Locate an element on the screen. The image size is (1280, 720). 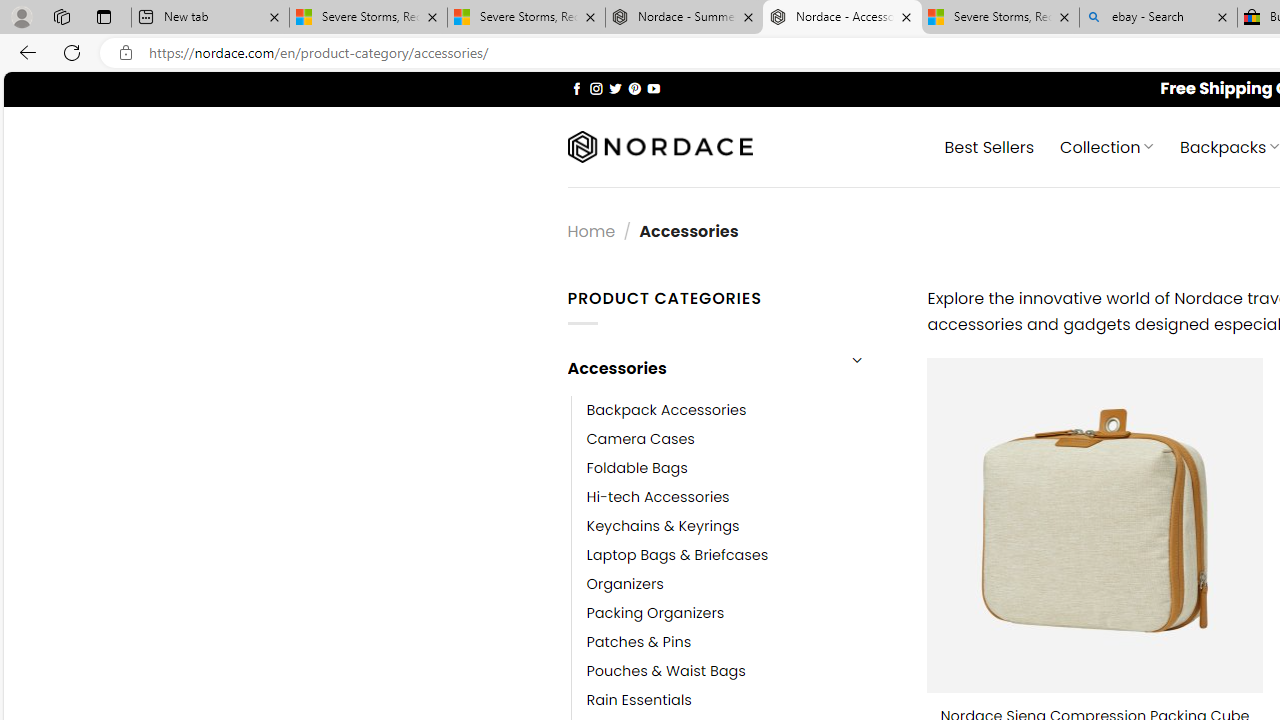
'  Best Sellers' is located at coordinates (990, 145).